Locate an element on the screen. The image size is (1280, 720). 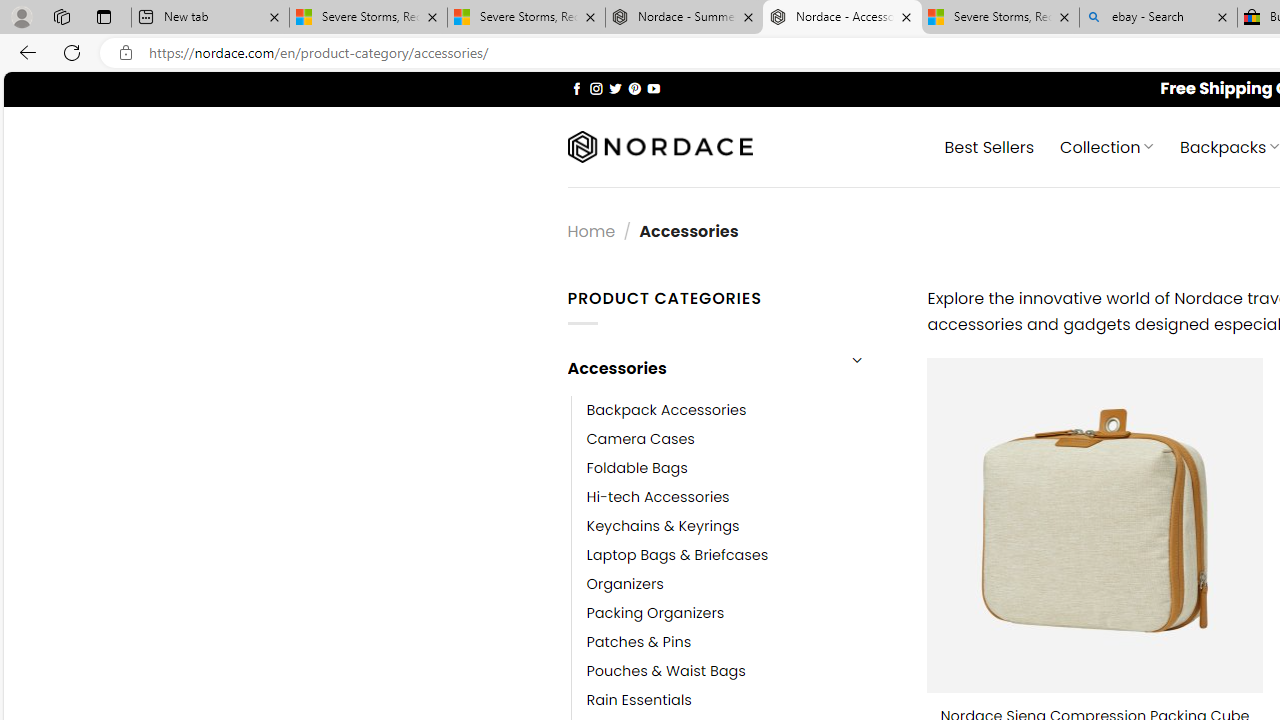
'  Best Sellers' is located at coordinates (990, 145).